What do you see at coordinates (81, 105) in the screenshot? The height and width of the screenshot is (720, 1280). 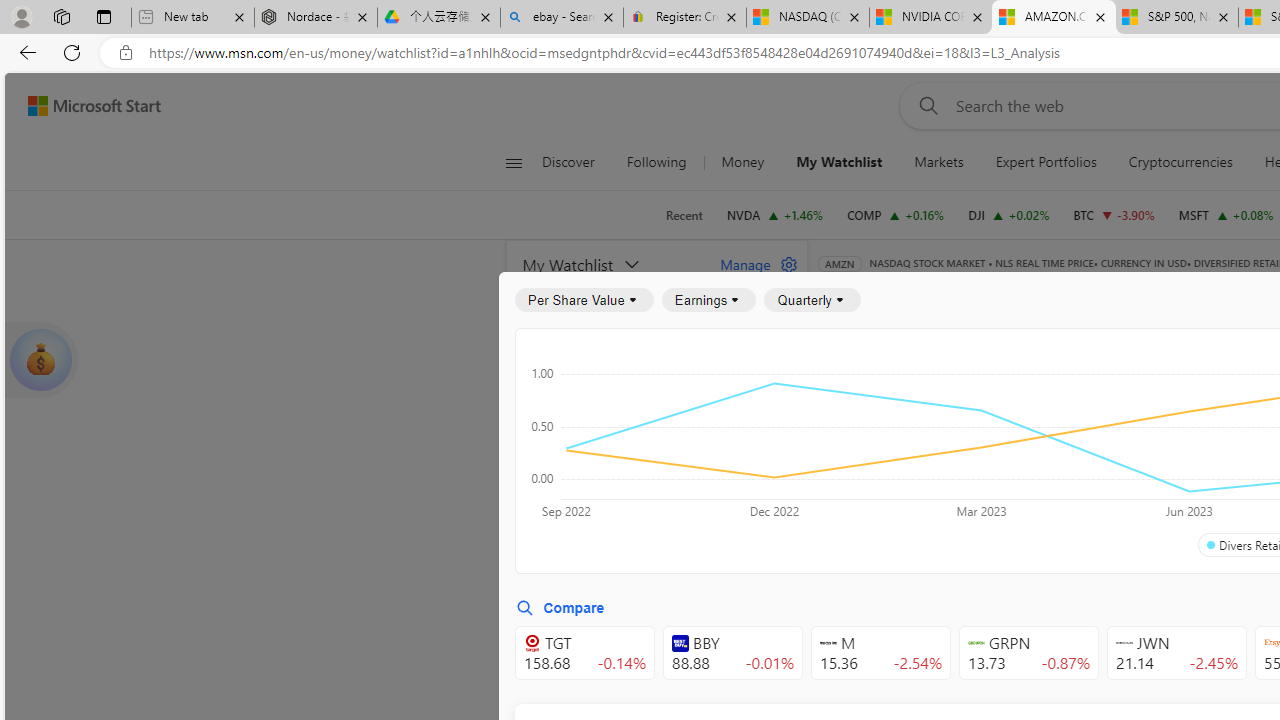 I see `'Skip to footer'` at bounding box center [81, 105].